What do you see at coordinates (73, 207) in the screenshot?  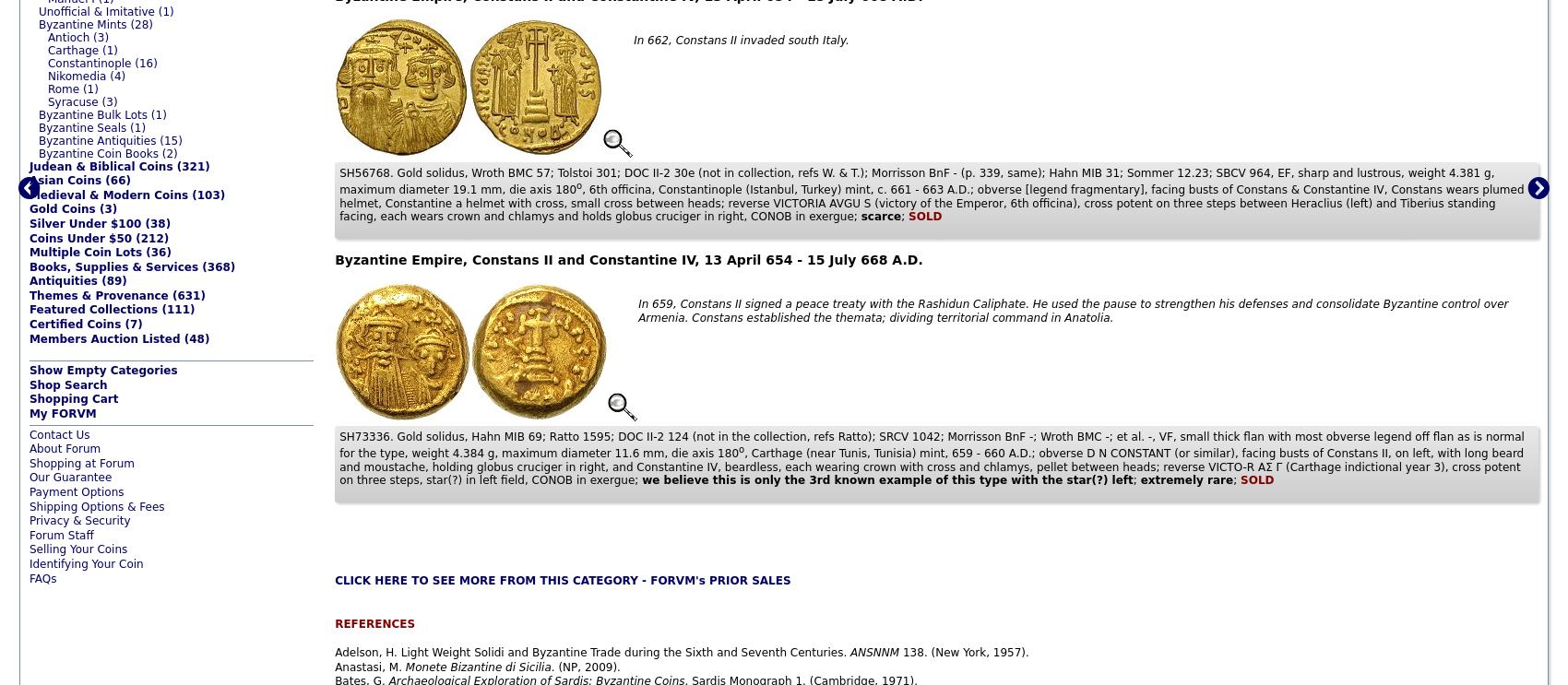 I see `'Gold Coins (3)'` at bounding box center [73, 207].